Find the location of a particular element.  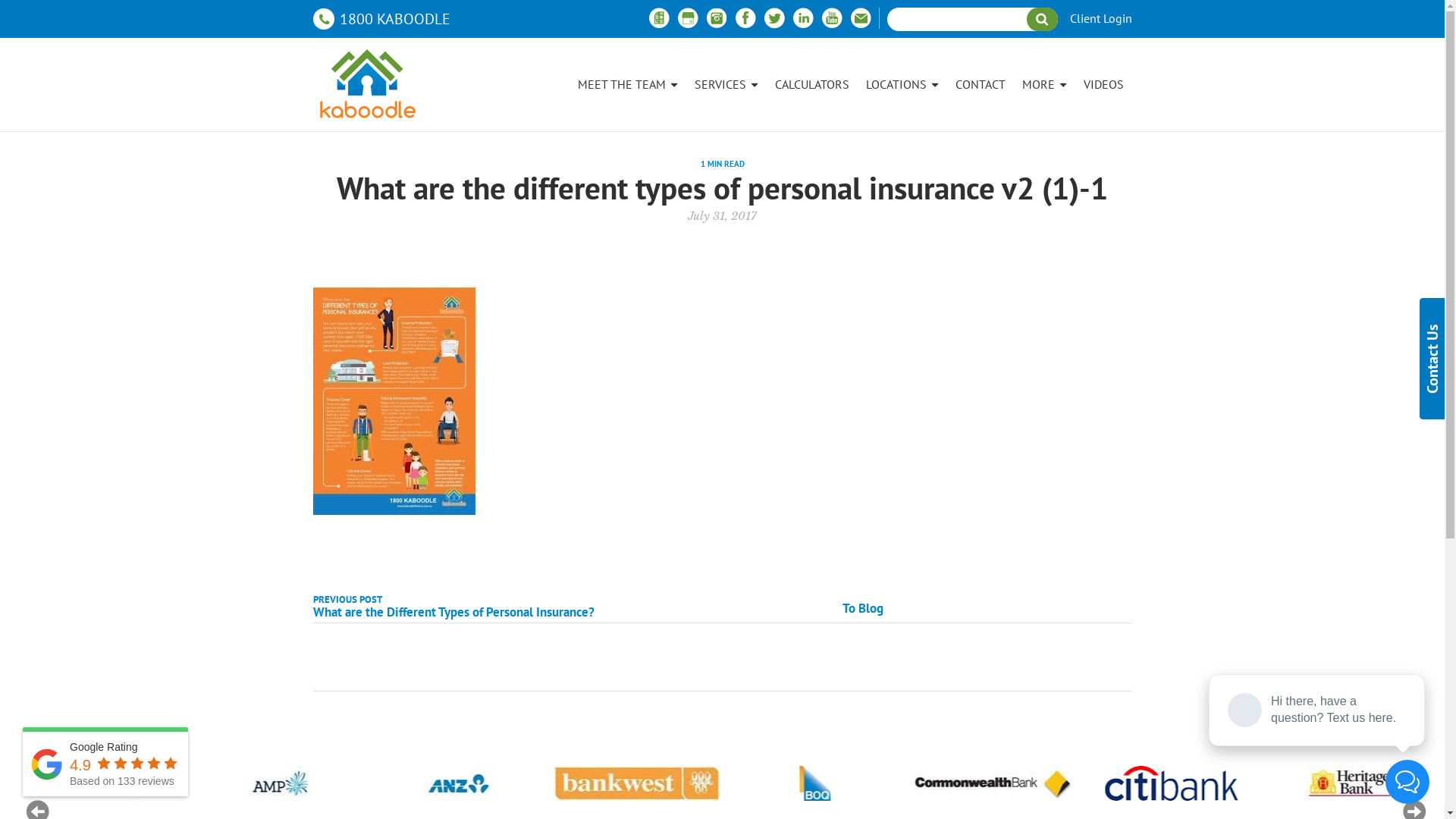

'Logo 06' is located at coordinates (812, 783).